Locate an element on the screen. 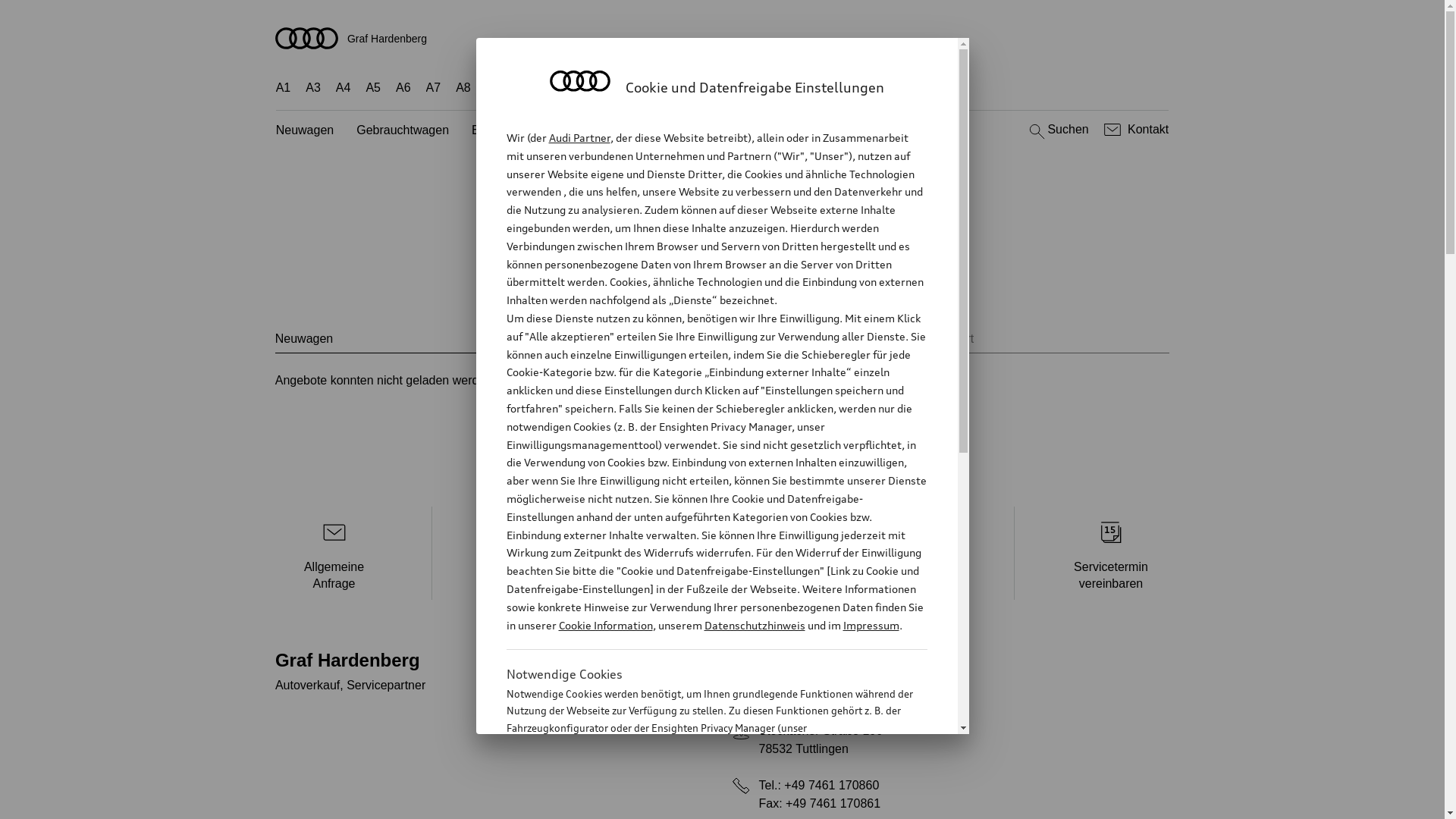 This screenshot has width=1456, height=819. 'Kontakt' is located at coordinates (1134, 129).